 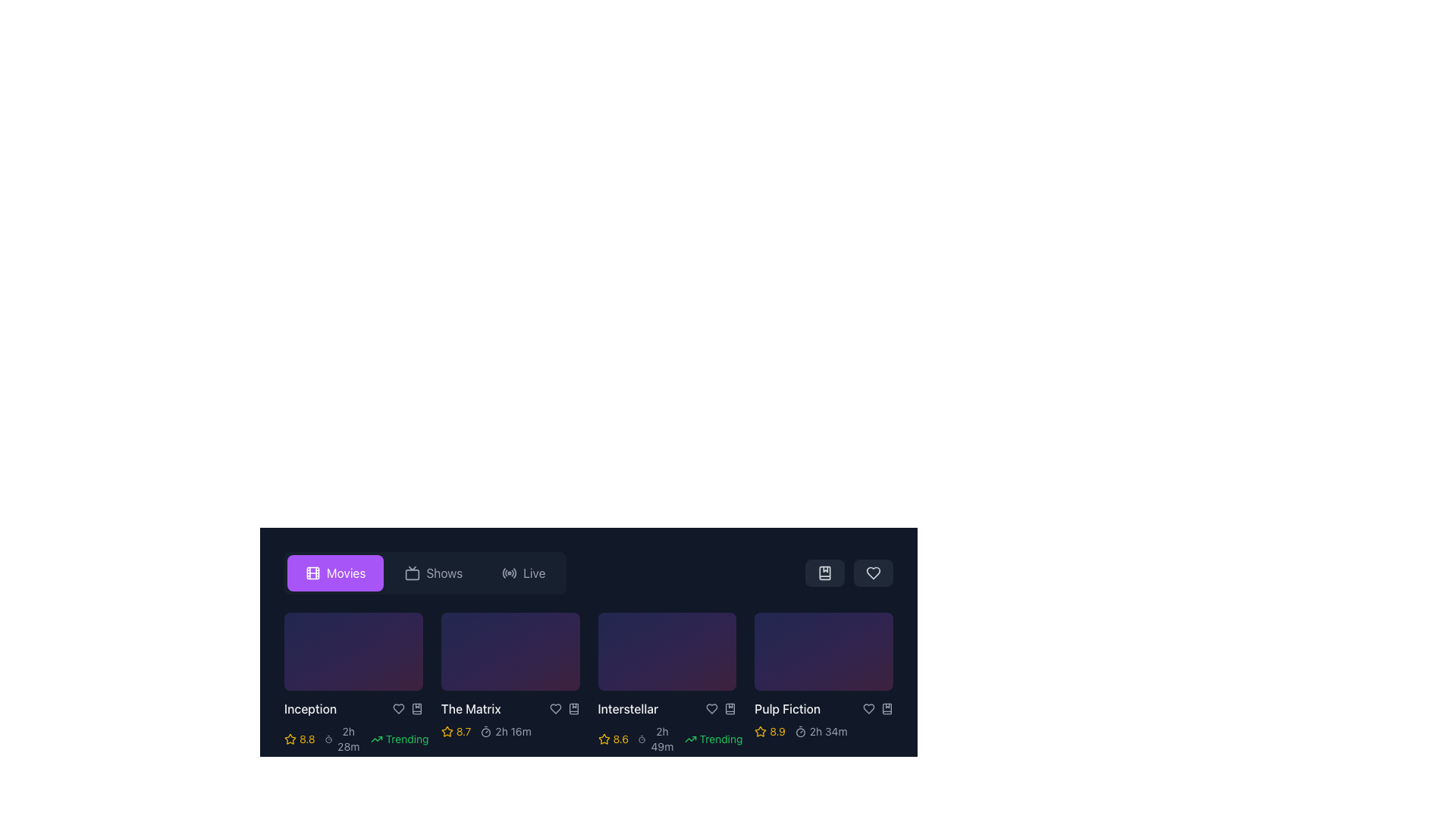 I want to click on the circular icon representing the central feature of the timer located at the top-right section of the interface, so click(x=799, y=732).